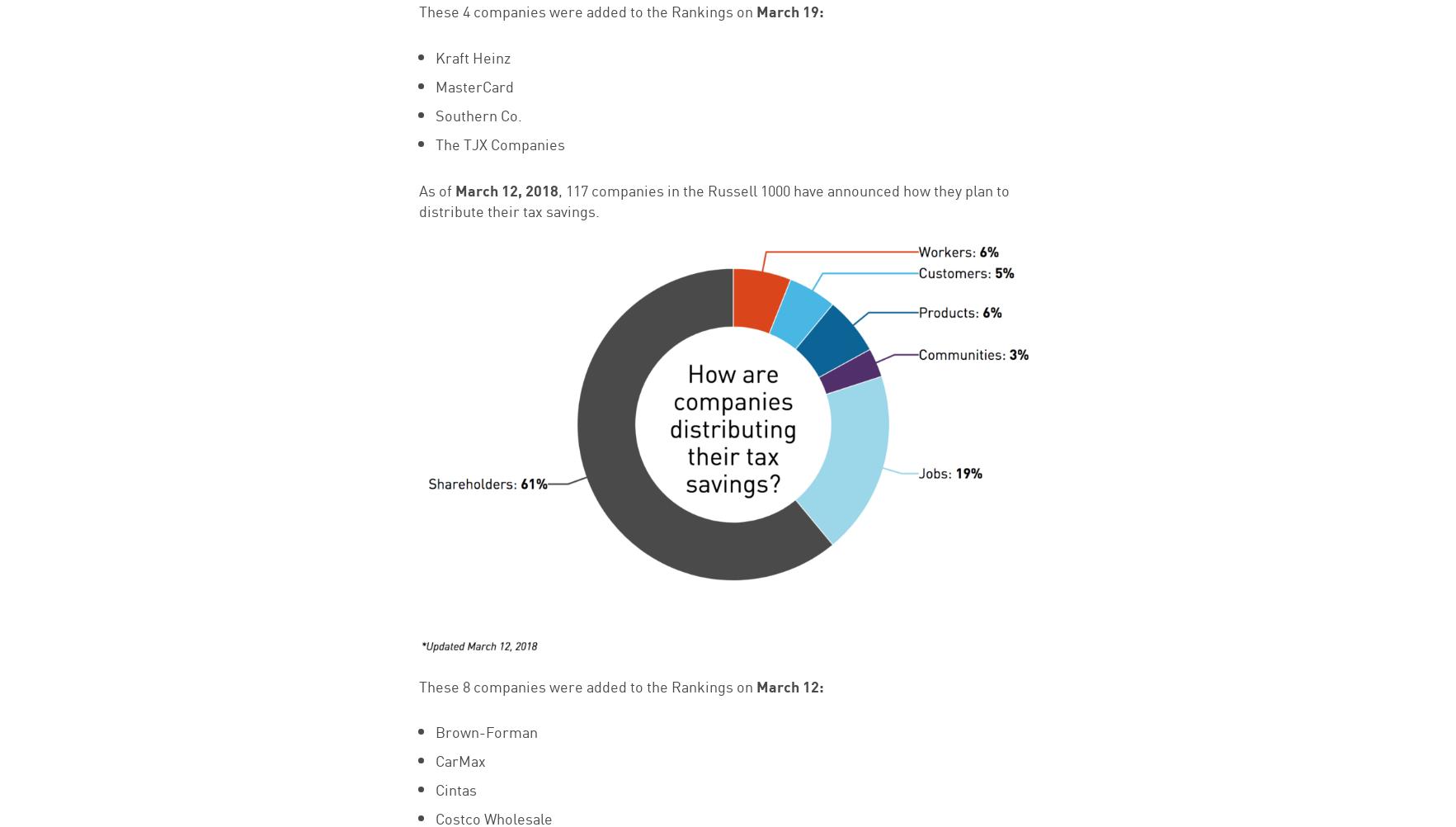  I want to click on ', 117 companies in the Russell 1000 have announced how they plan to distribute their tax savings.', so click(713, 200).